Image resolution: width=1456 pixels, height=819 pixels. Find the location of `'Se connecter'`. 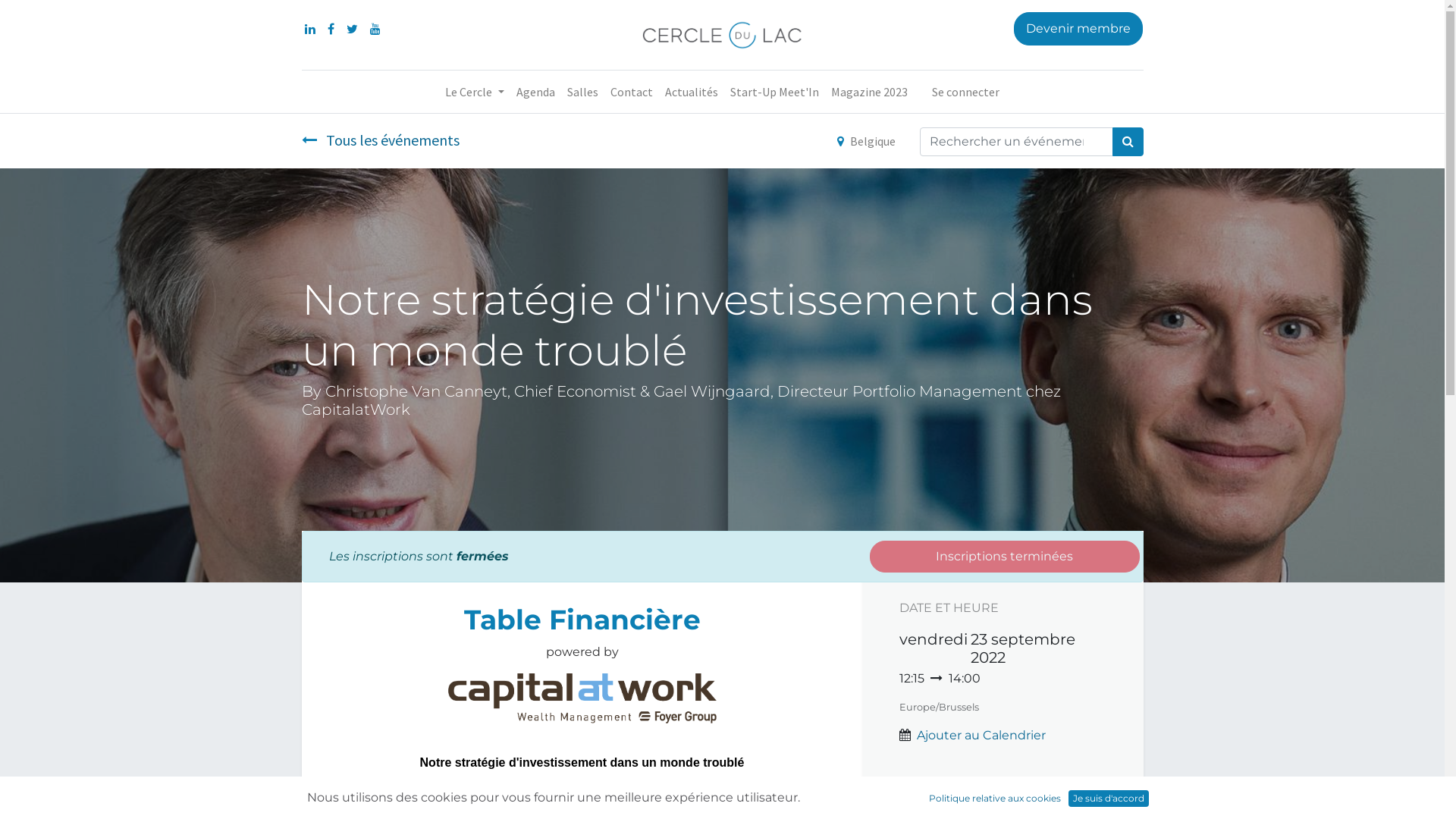

'Se connecter' is located at coordinates (965, 91).